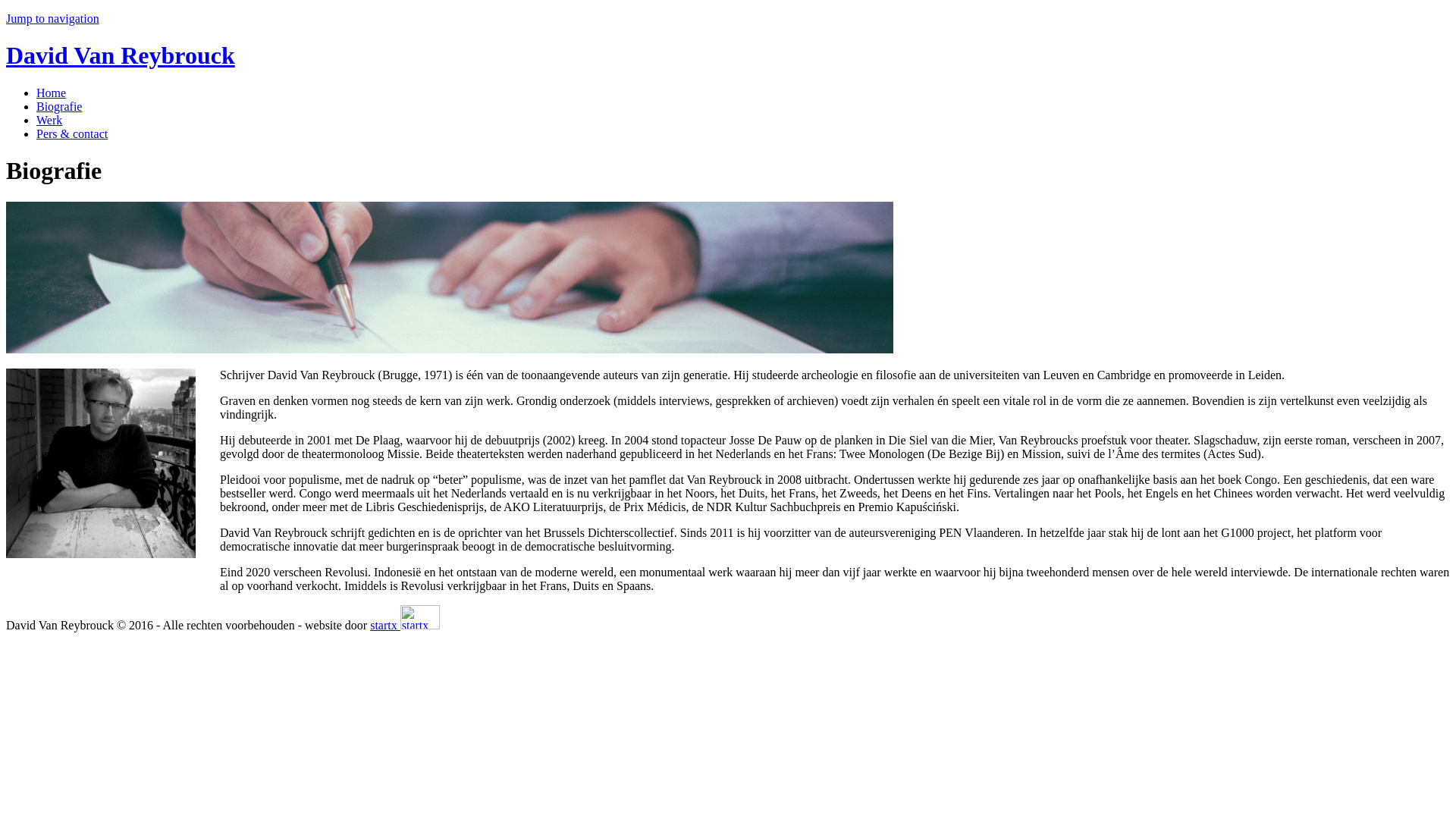 The height and width of the screenshot is (819, 1456). I want to click on 'David Van Reybrouck', so click(119, 55).